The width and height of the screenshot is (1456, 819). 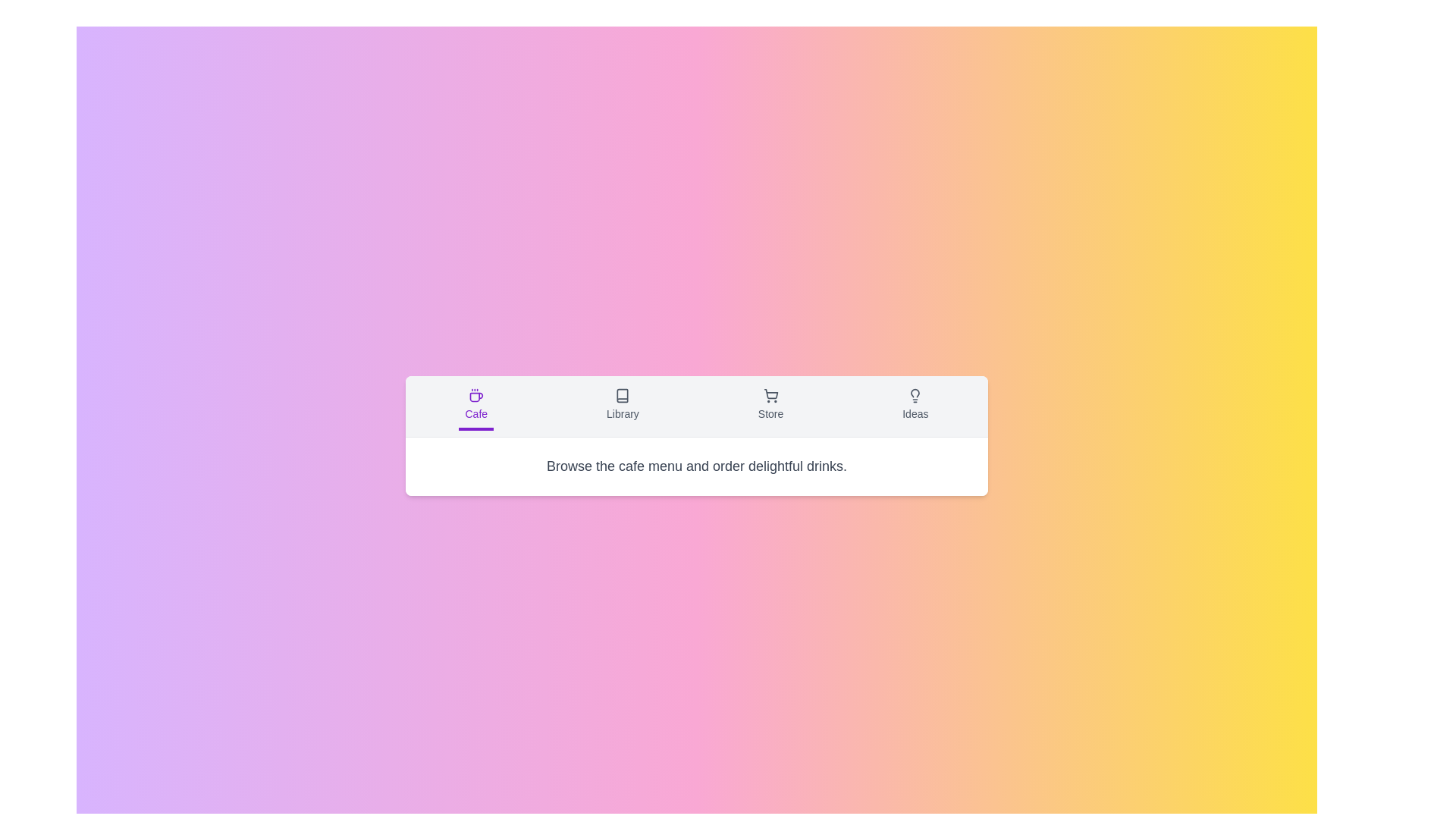 What do you see at coordinates (770, 405) in the screenshot?
I see `the navigation button for the 'Store' using keyboard navigation` at bounding box center [770, 405].